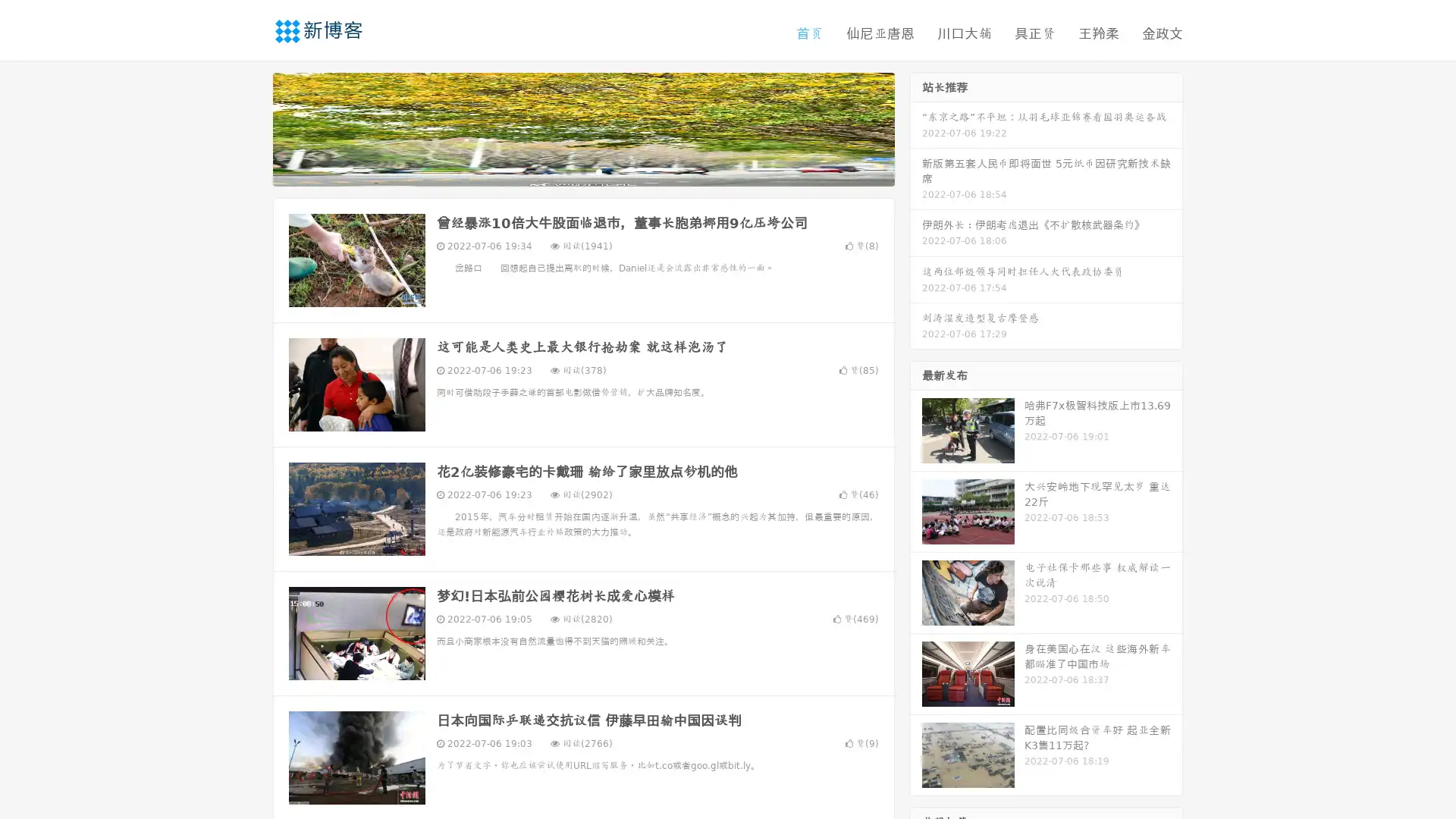 Image resolution: width=1456 pixels, height=819 pixels. What do you see at coordinates (582, 171) in the screenshot?
I see `Go to slide 2` at bounding box center [582, 171].